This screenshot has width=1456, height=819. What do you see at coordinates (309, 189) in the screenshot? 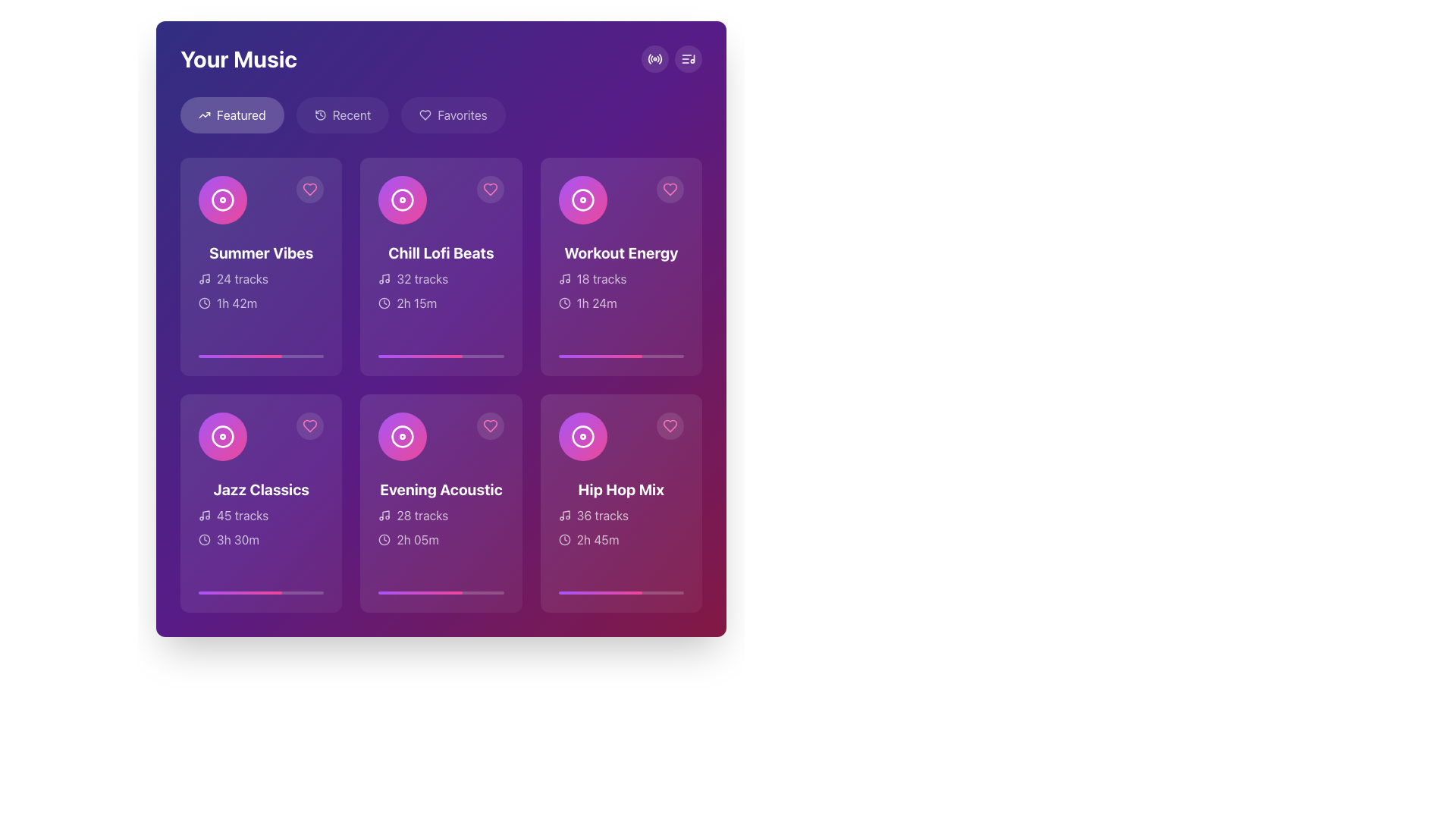
I see `the 'like' button located in the top-right corner of the 'Summer Vibes' music card under the 'Featured' tab` at bounding box center [309, 189].